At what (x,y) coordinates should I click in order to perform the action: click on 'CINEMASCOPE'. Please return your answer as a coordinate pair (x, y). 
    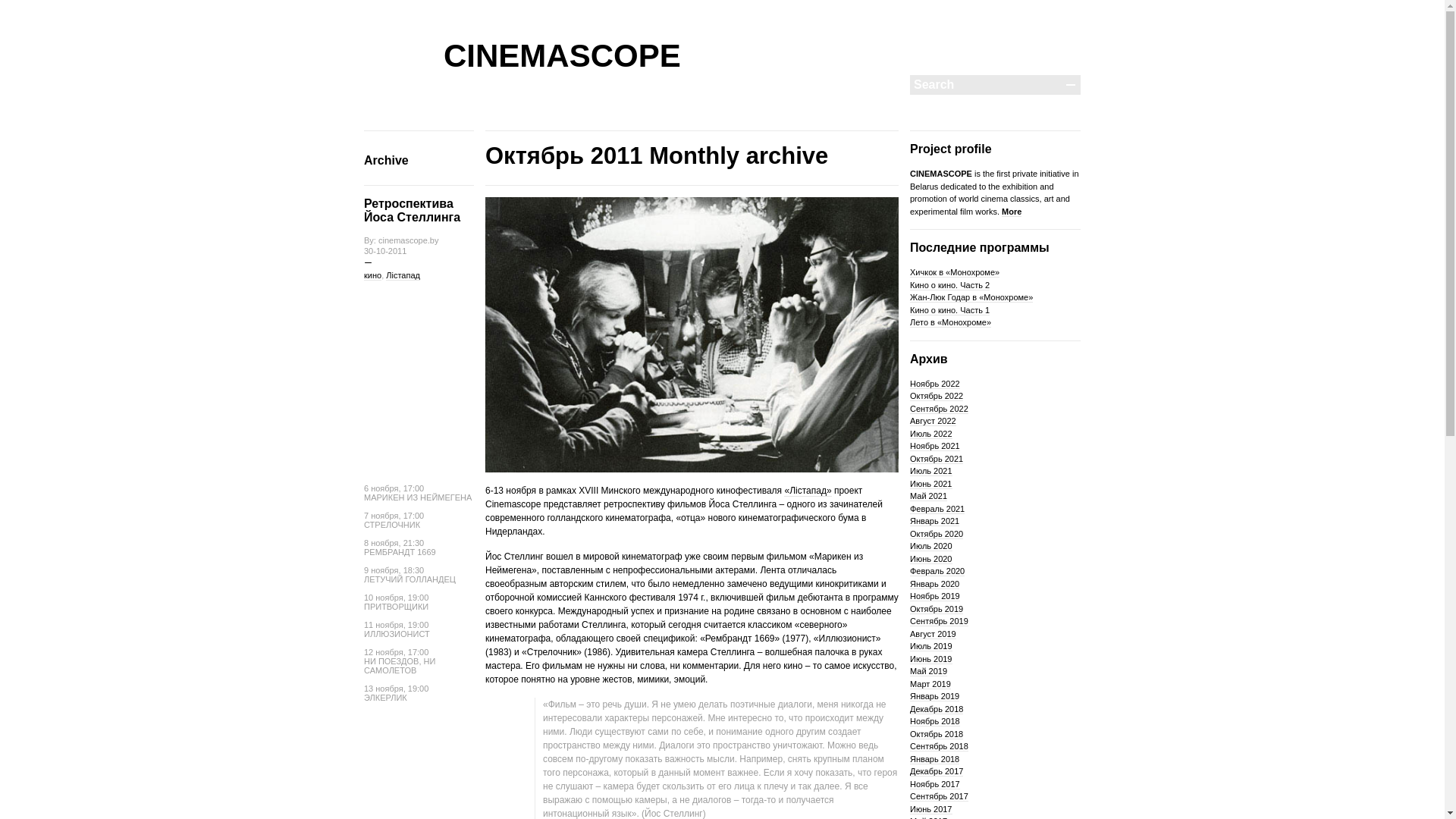
    Looking at the image, I should click on (561, 55).